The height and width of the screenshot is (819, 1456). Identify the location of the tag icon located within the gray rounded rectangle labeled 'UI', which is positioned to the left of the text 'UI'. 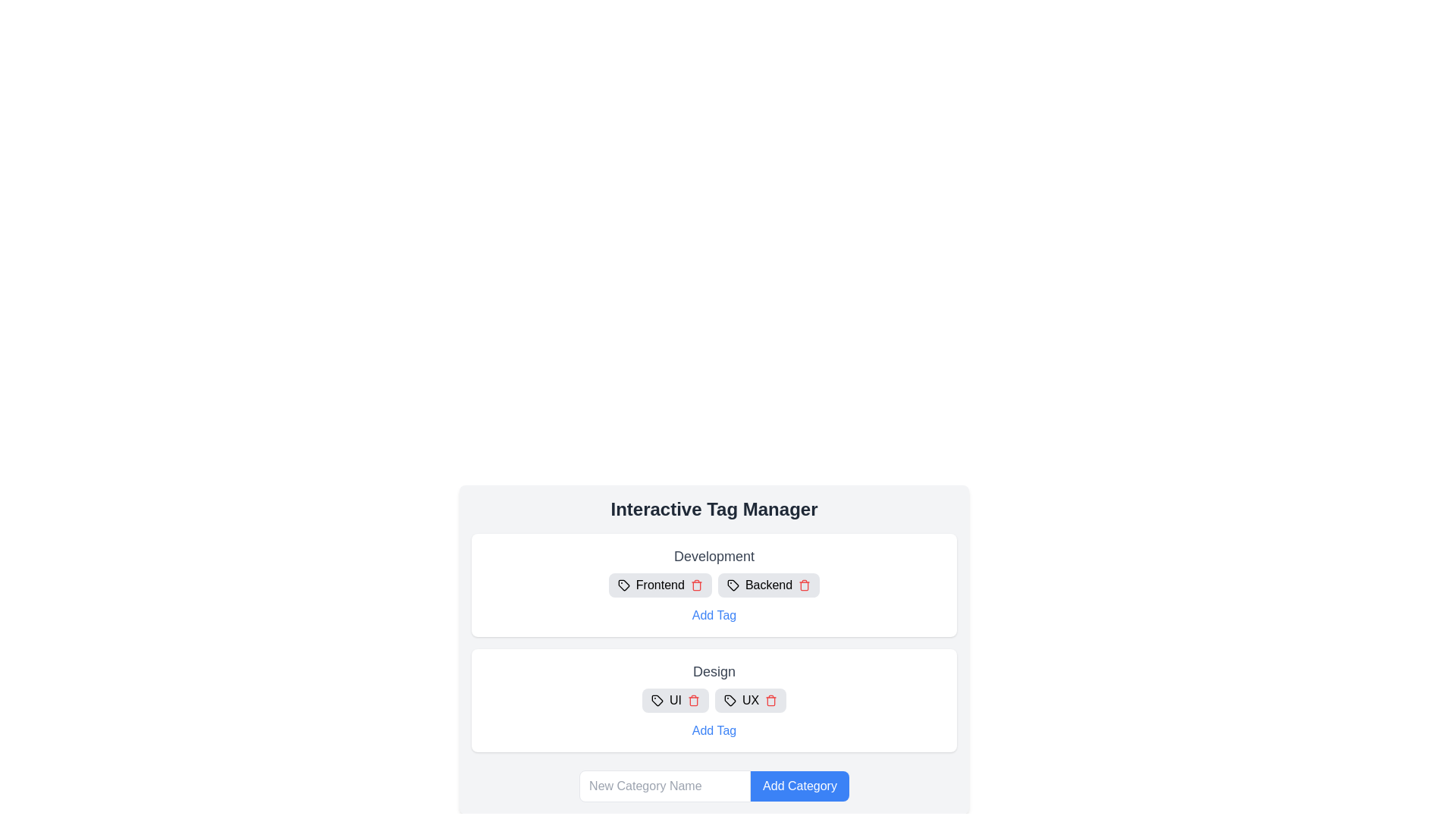
(657, 701).